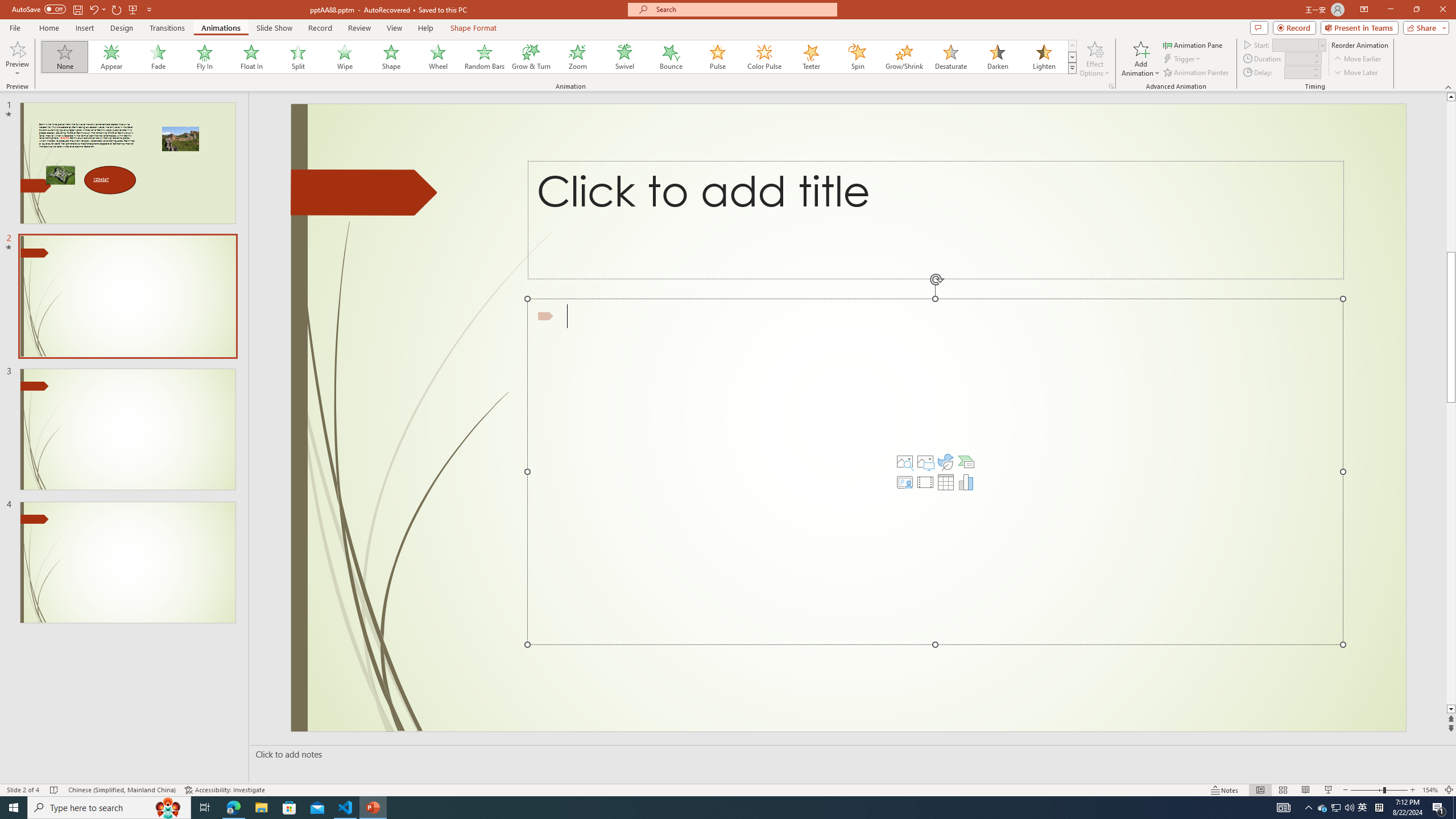  What do you see at coordinates (1357, 59) in the screenshot?
I see `'Move Earlier'` at bounding box center [1357, 59].